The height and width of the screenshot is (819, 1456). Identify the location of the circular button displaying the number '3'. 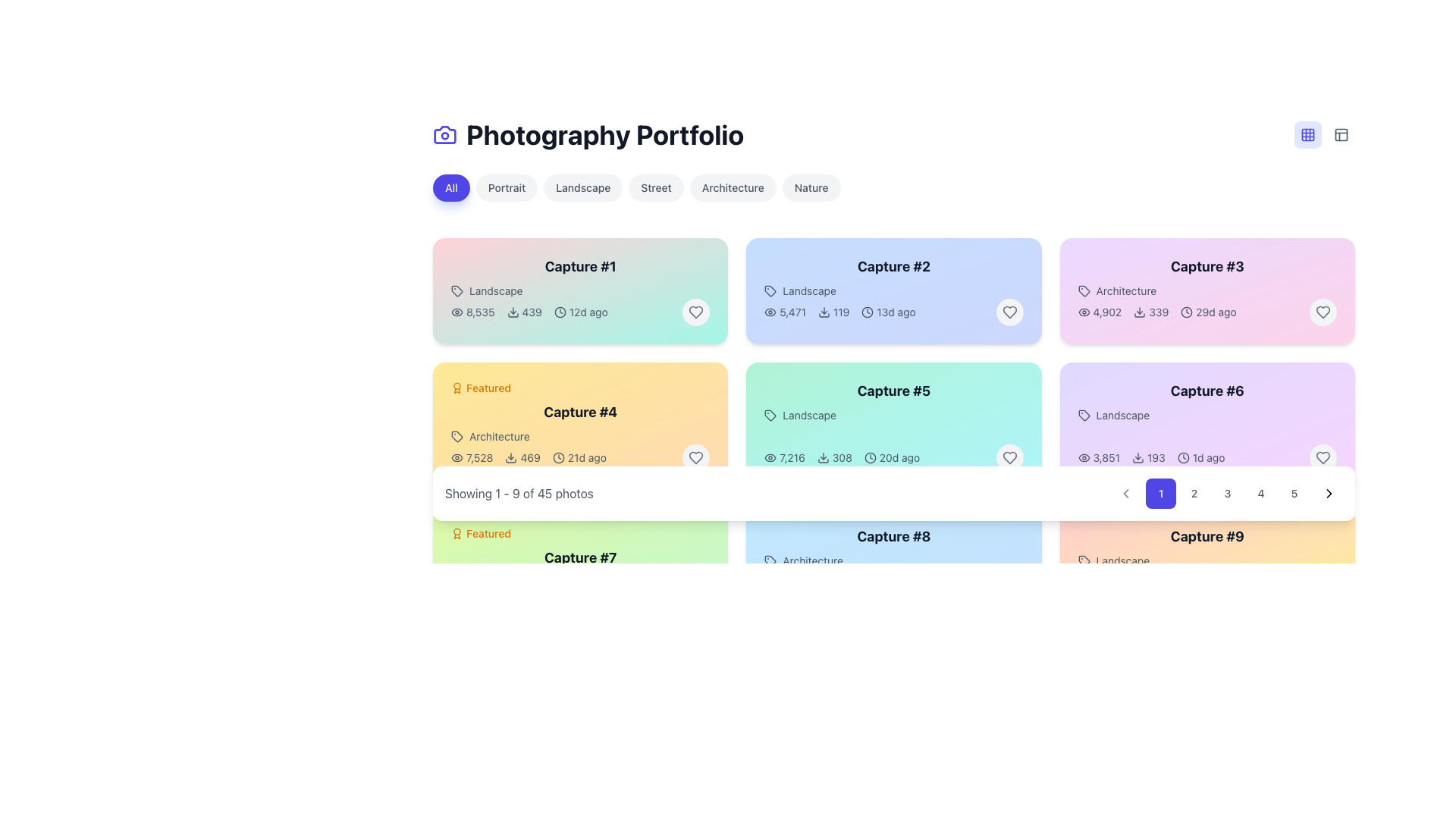
(1227, 494).